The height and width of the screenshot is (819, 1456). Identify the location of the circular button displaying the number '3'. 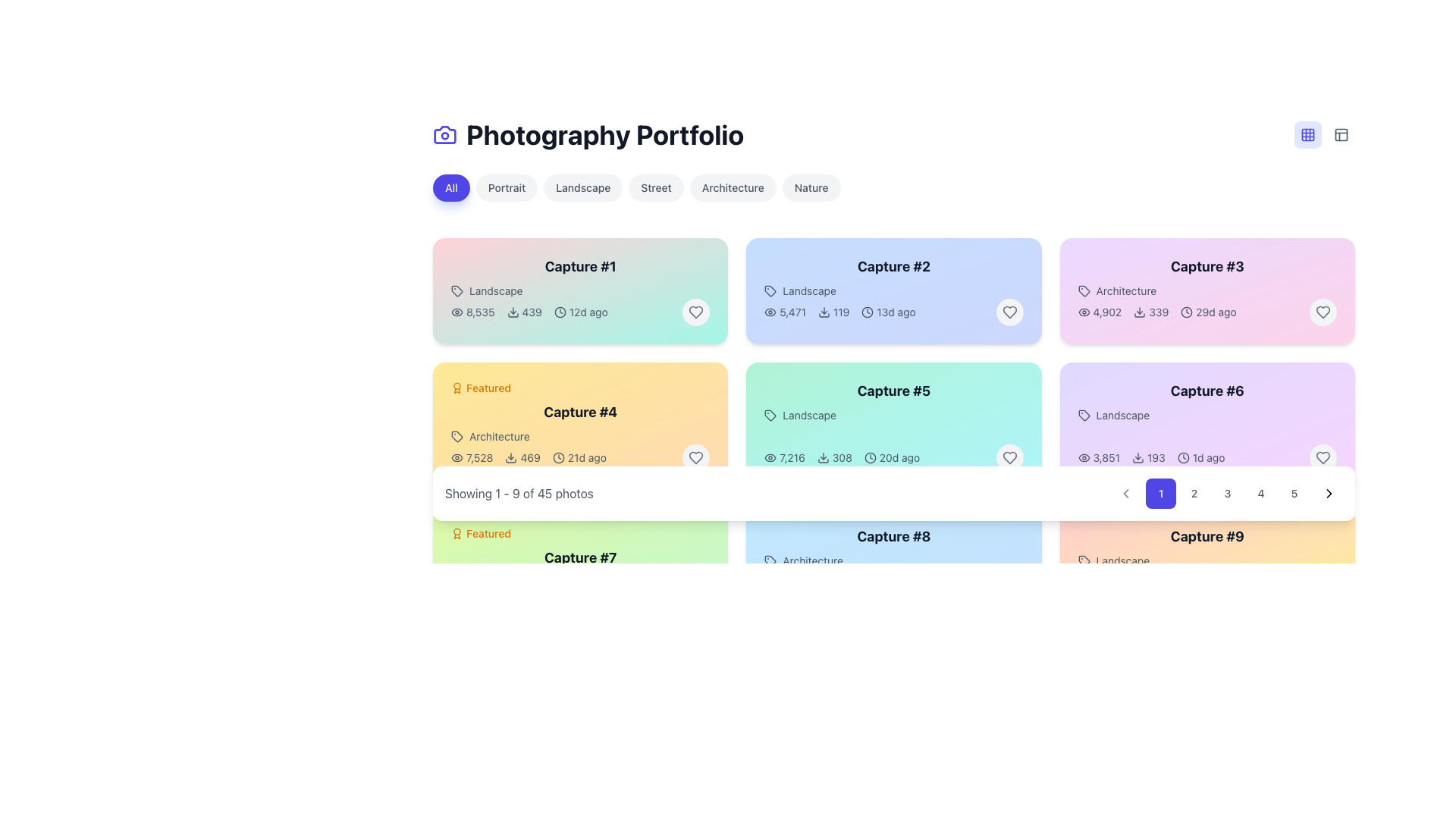
(1227, 494).